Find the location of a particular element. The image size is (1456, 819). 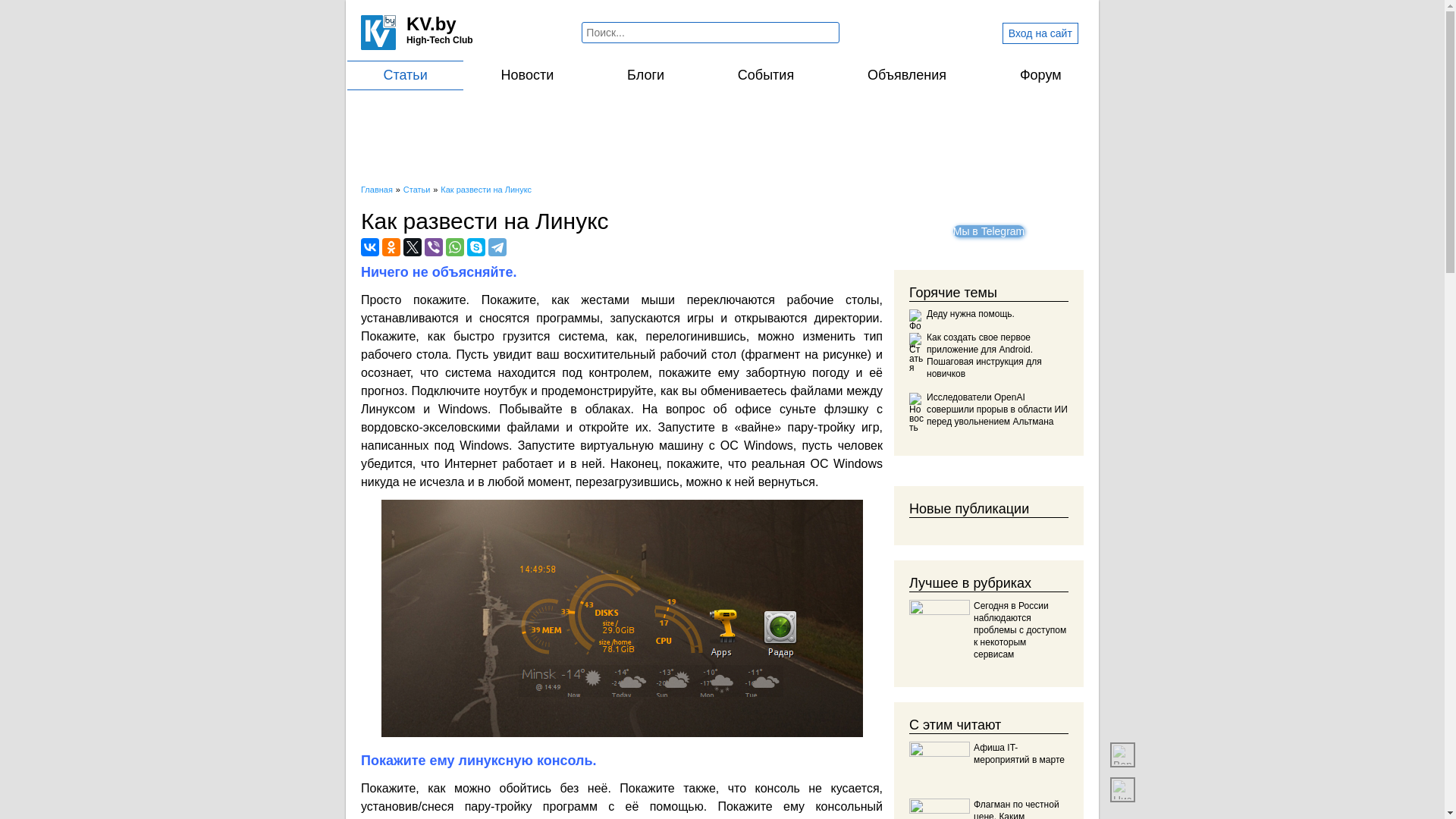

'Viber' is located at coordinates (432, 246).